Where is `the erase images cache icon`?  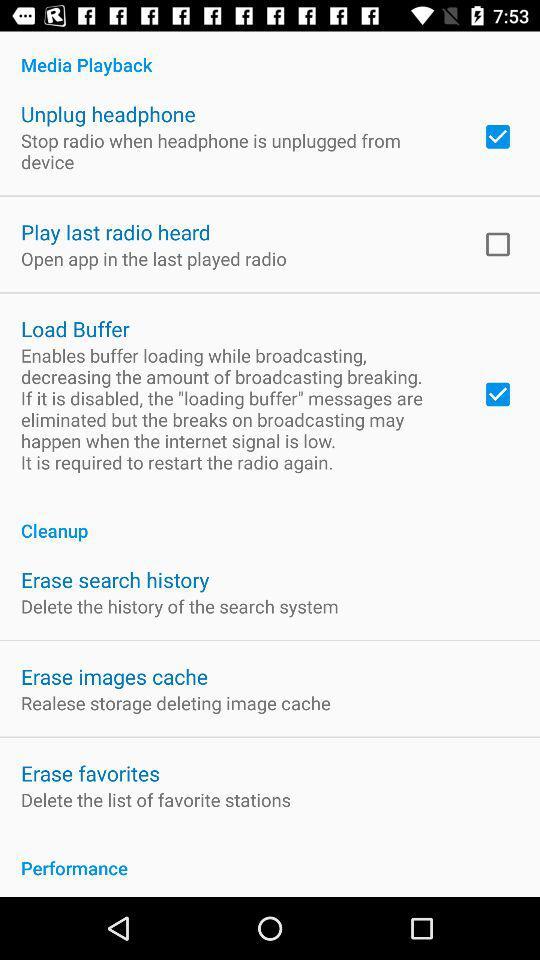
the erase images cache icon is located at coordinates (114, 676).